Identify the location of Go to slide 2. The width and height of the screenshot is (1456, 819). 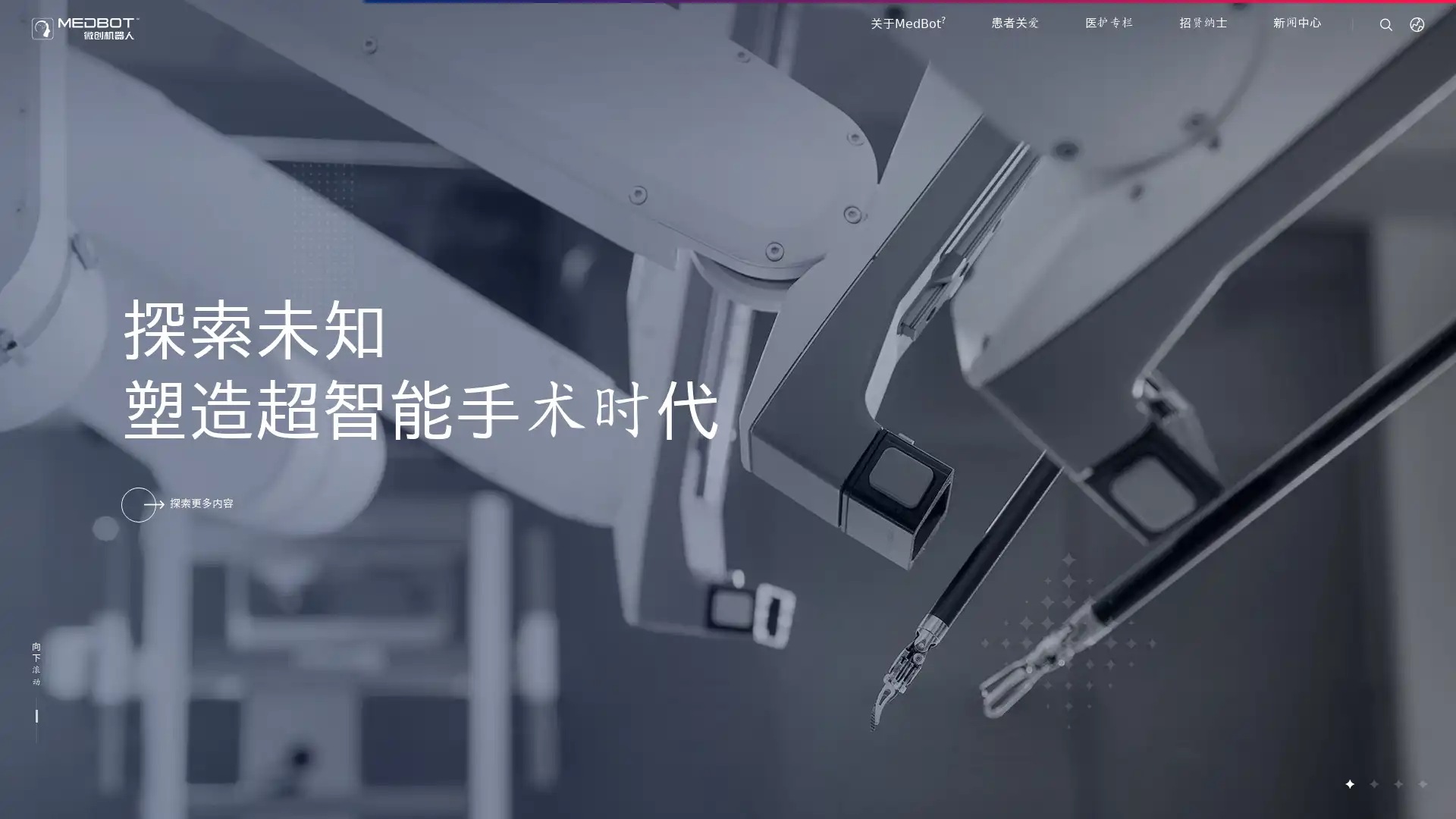
(1373, 783).